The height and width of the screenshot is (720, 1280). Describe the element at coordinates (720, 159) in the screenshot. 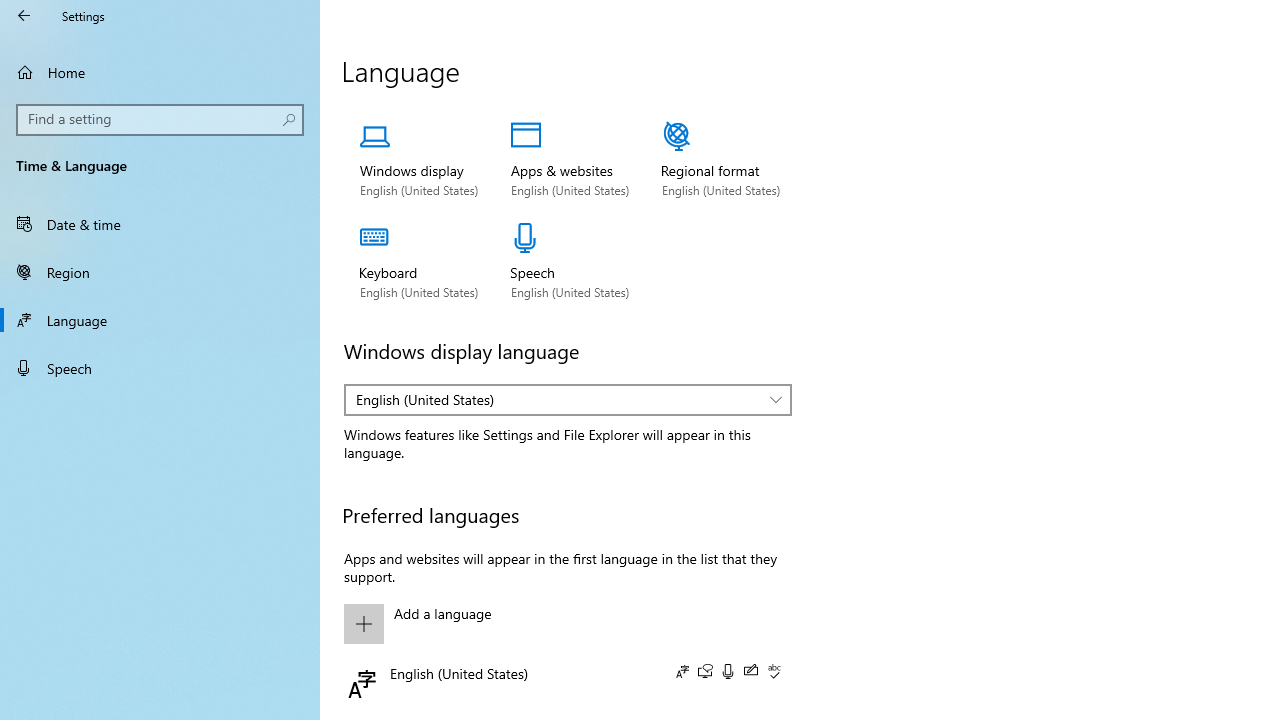

I see `'Manage regional format language'` at that location.